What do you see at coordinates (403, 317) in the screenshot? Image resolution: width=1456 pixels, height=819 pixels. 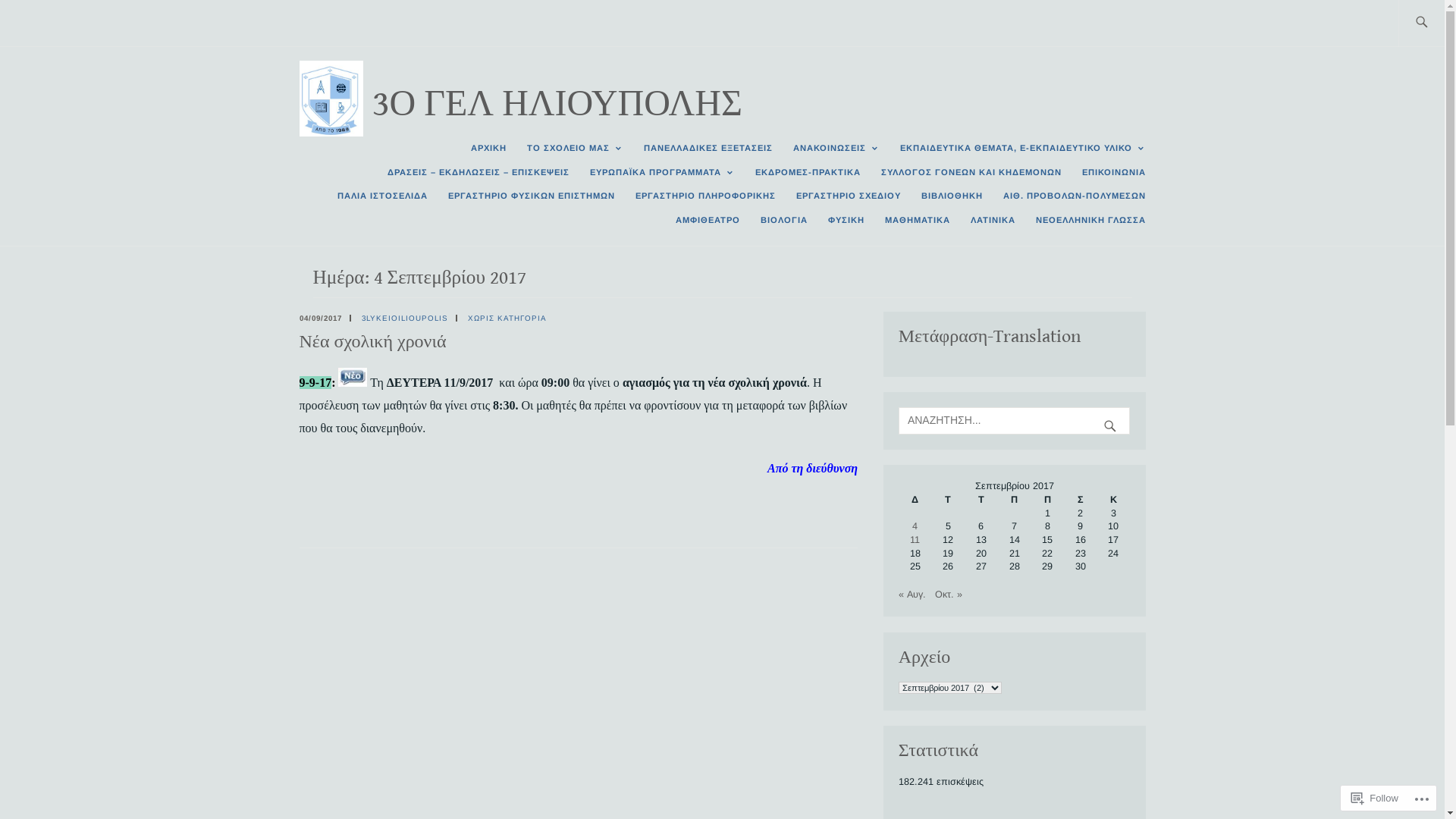 I see `'3LYKEIOILIOUPOLIS'` at bounding box center [403, 317].